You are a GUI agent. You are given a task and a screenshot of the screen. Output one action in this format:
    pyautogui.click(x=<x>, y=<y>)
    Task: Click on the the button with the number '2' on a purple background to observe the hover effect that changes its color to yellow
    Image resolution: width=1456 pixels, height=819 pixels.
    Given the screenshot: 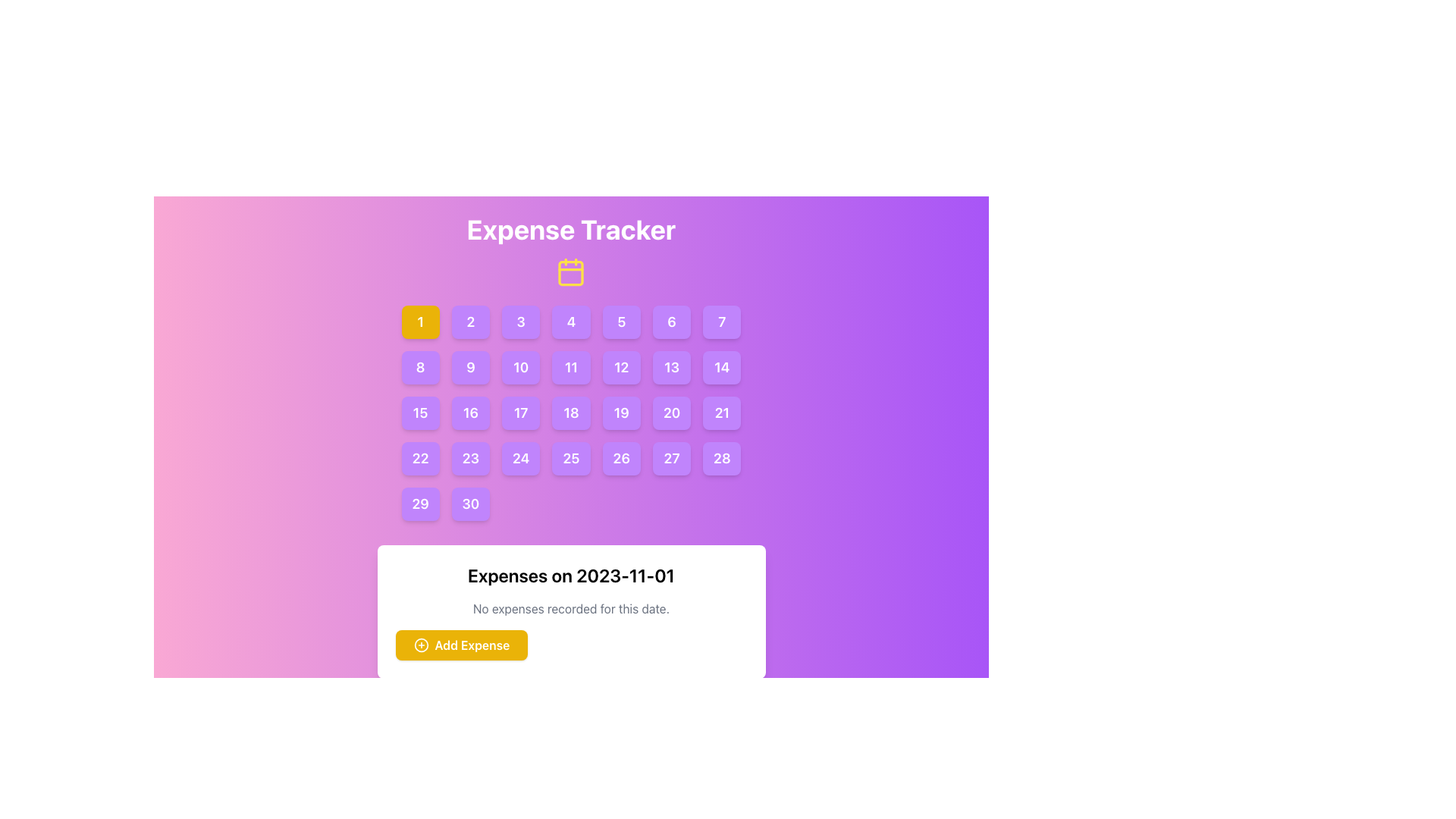 What is the action you would take?
    pyautogui.click(x=469, y=321)
    